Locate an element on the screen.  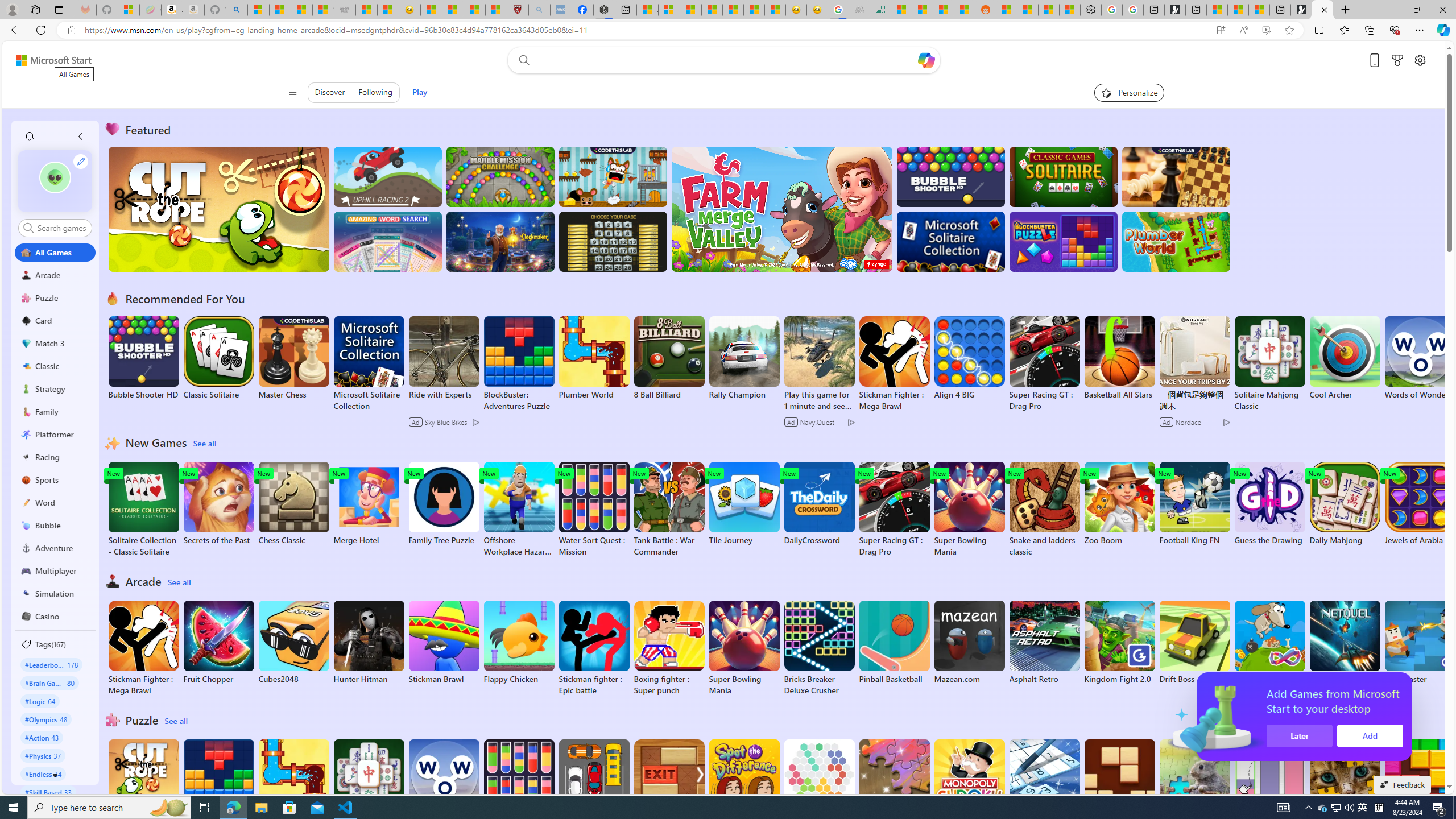
'Daily Mahjong' is located at coordinates (1345, 503).